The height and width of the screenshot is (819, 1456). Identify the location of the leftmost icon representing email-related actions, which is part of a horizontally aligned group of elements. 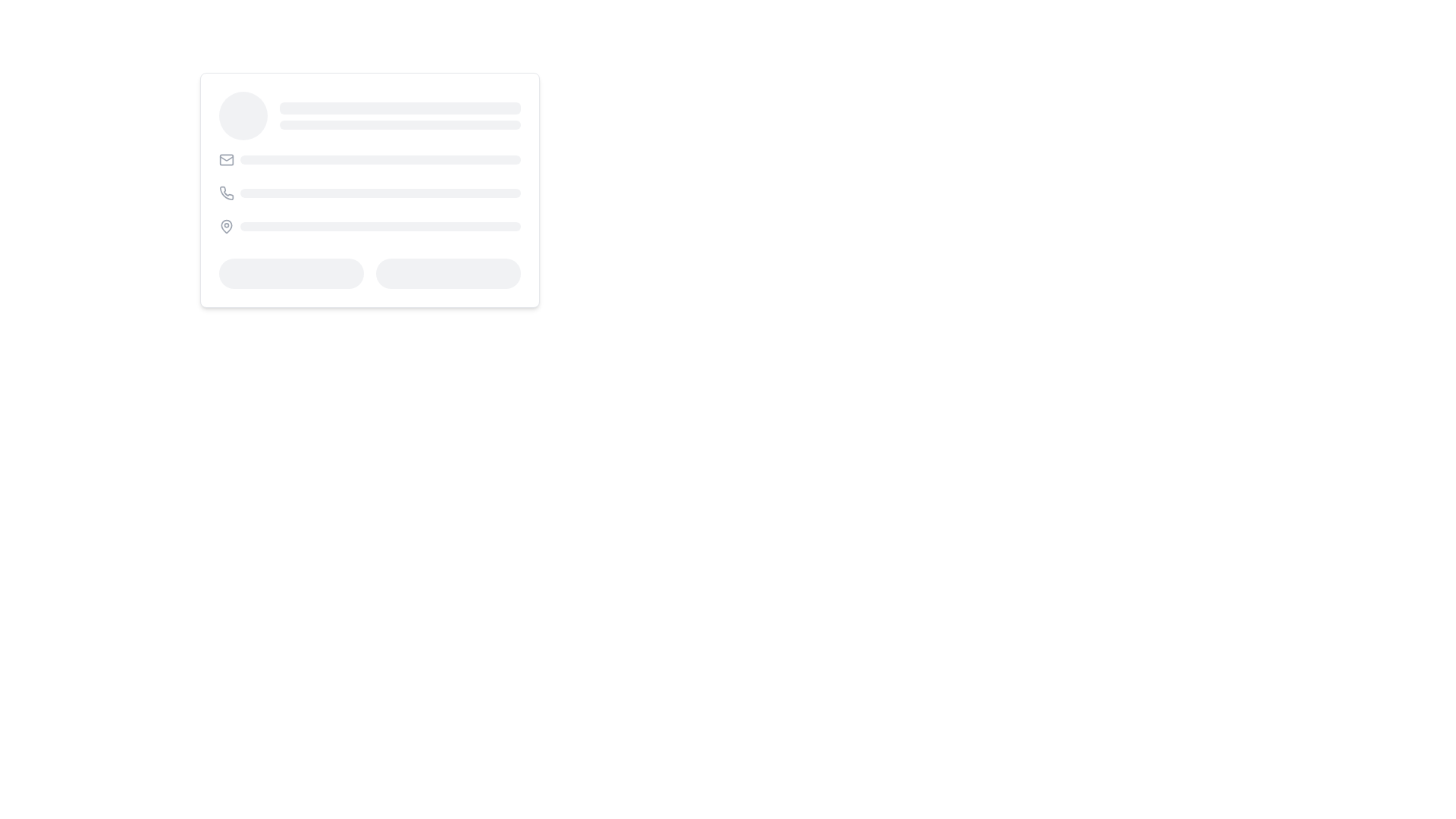
(225, 160).